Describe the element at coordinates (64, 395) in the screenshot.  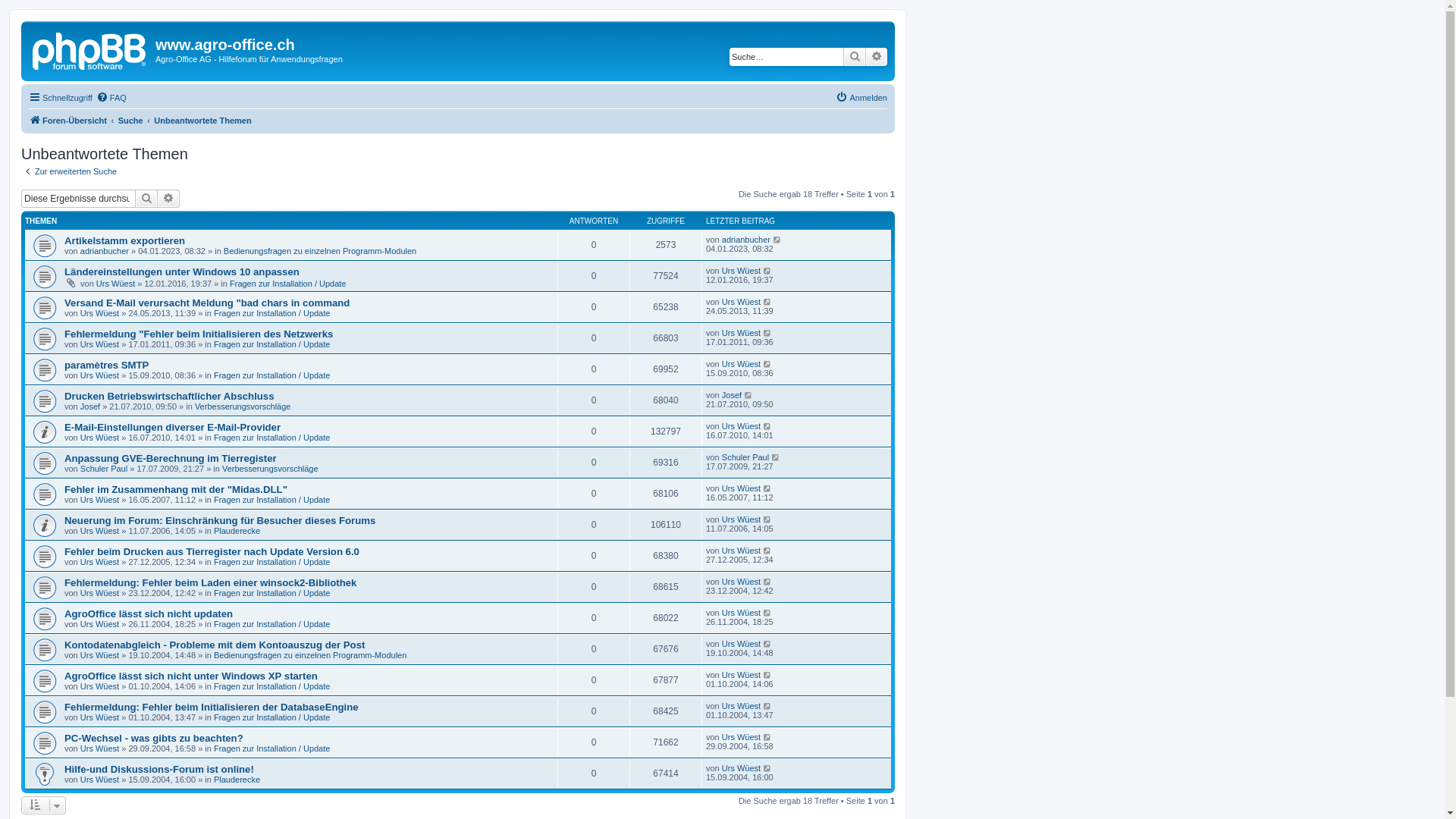
I see `'Drucken Betriebswirtschaftlicher Abschluss'` at that location.